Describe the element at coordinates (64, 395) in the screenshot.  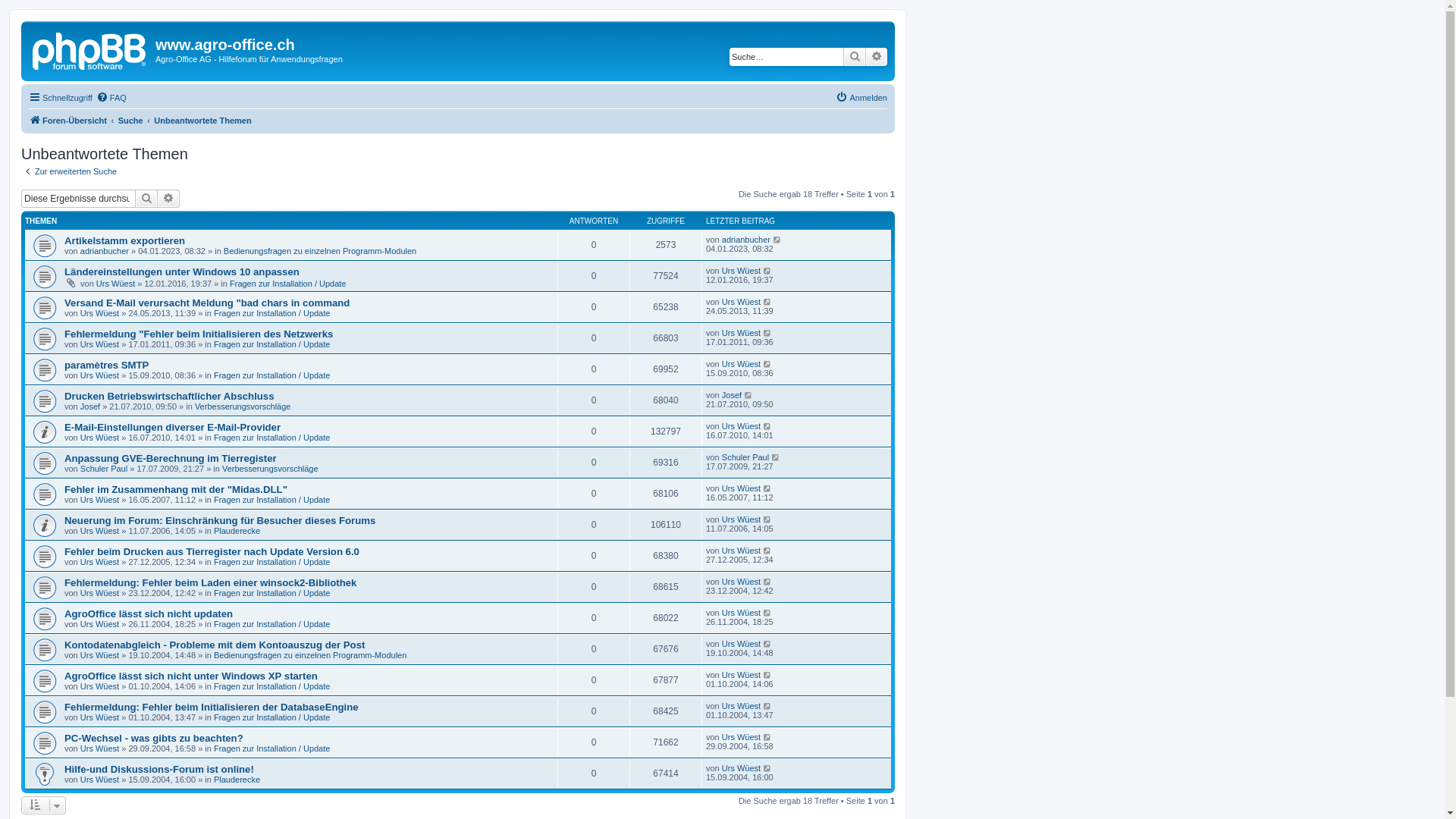
I see `'Drucken Betriebswirtschaftlicher Abschluss'` at that location.